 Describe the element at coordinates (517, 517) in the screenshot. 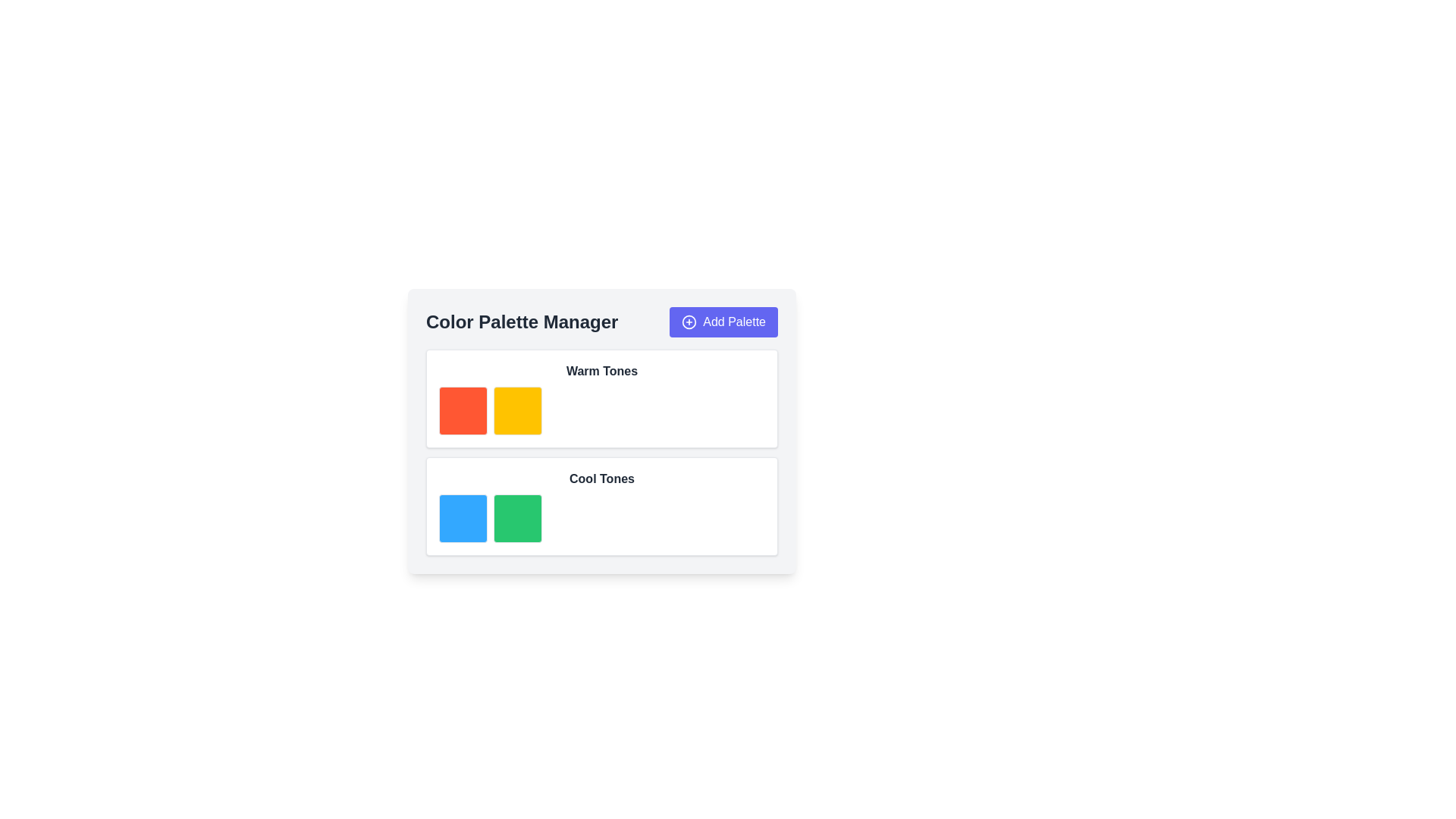

I see `the selectable color block representing the green tone in the color palette under the 'Cool Tones' section` at that location.